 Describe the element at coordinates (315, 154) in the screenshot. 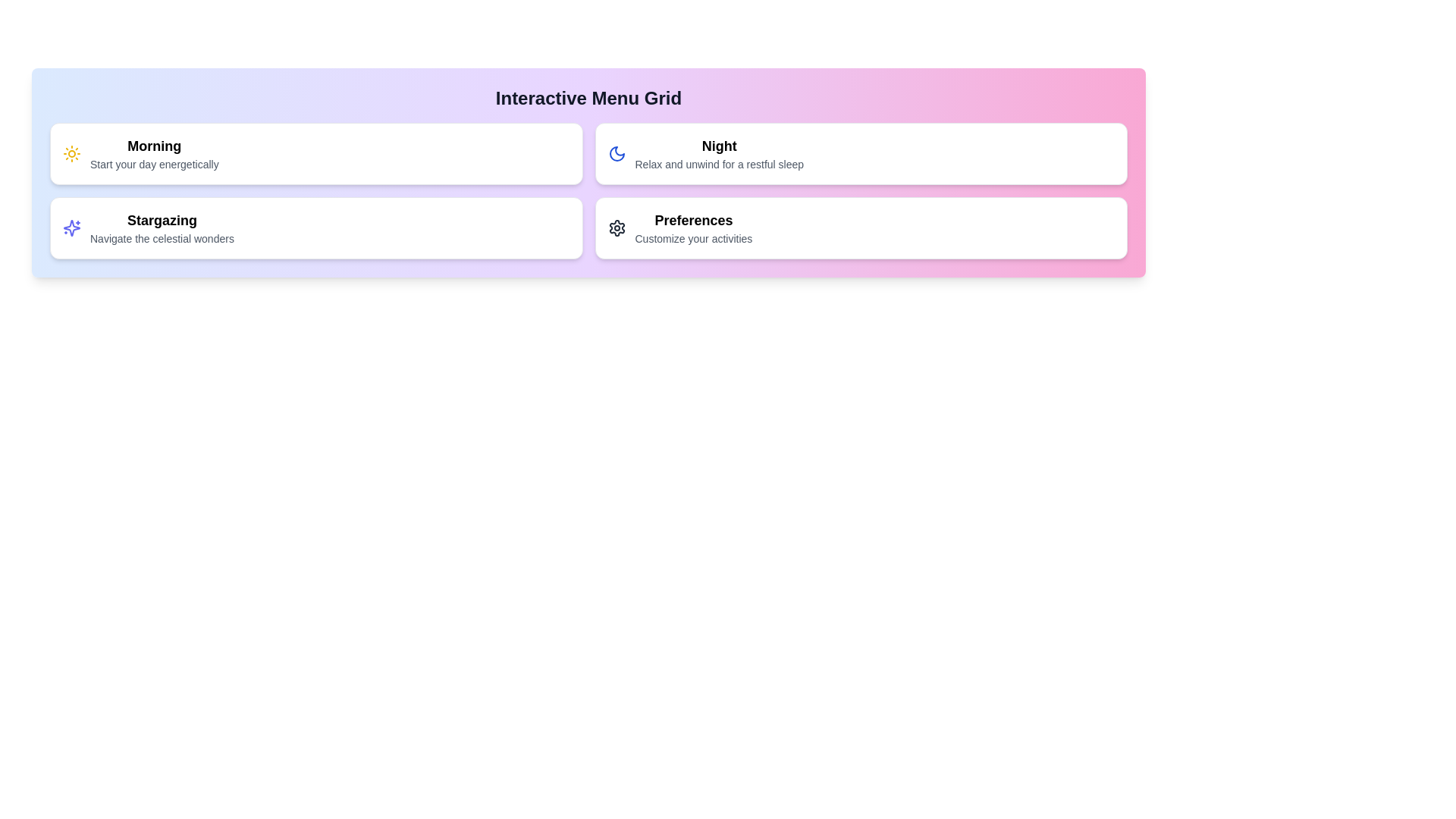

I see `the menu item corresponding to Morning` at that location.